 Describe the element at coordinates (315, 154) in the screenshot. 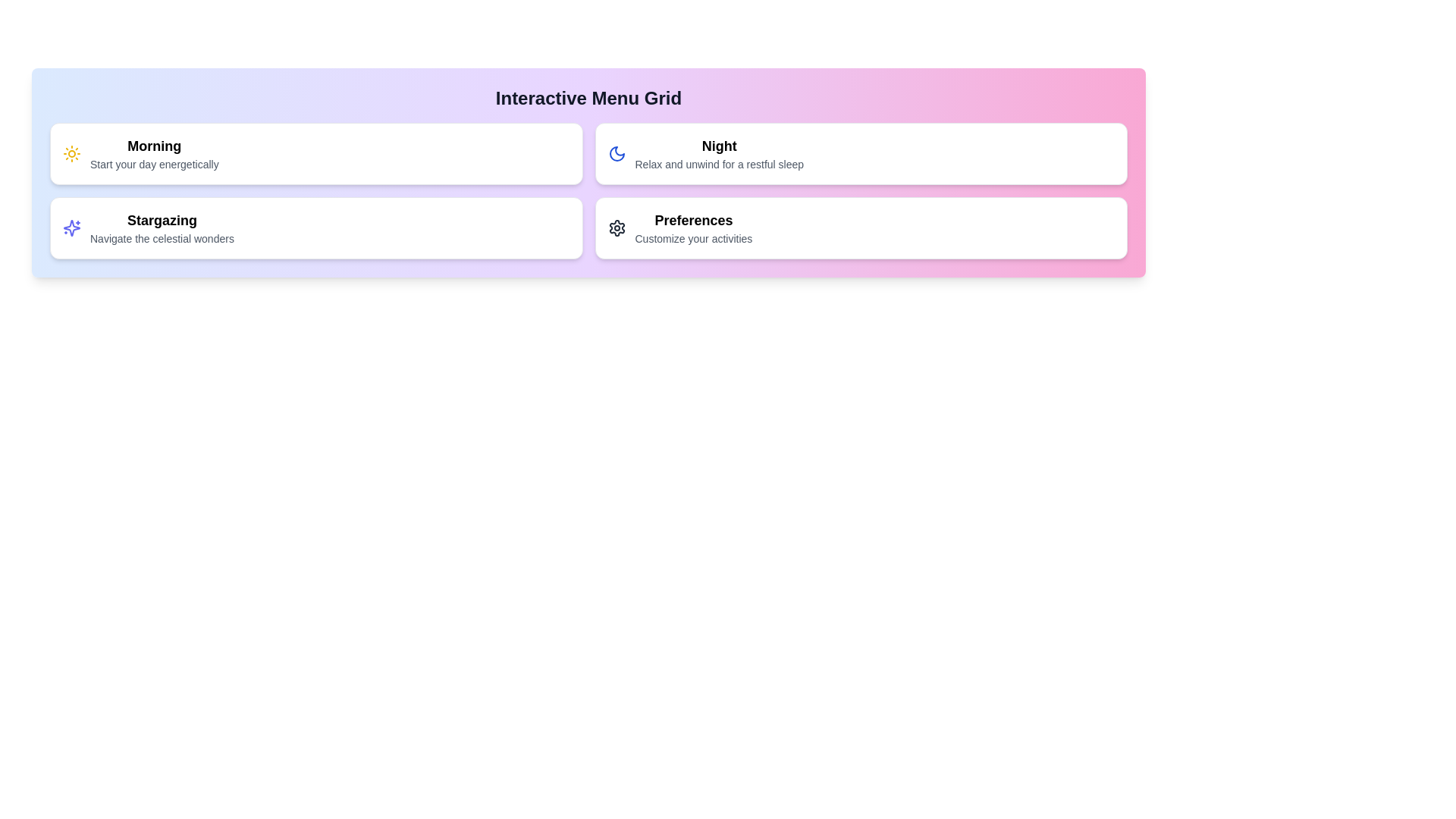

I see `the menu item corresponding to Morning` at that location.